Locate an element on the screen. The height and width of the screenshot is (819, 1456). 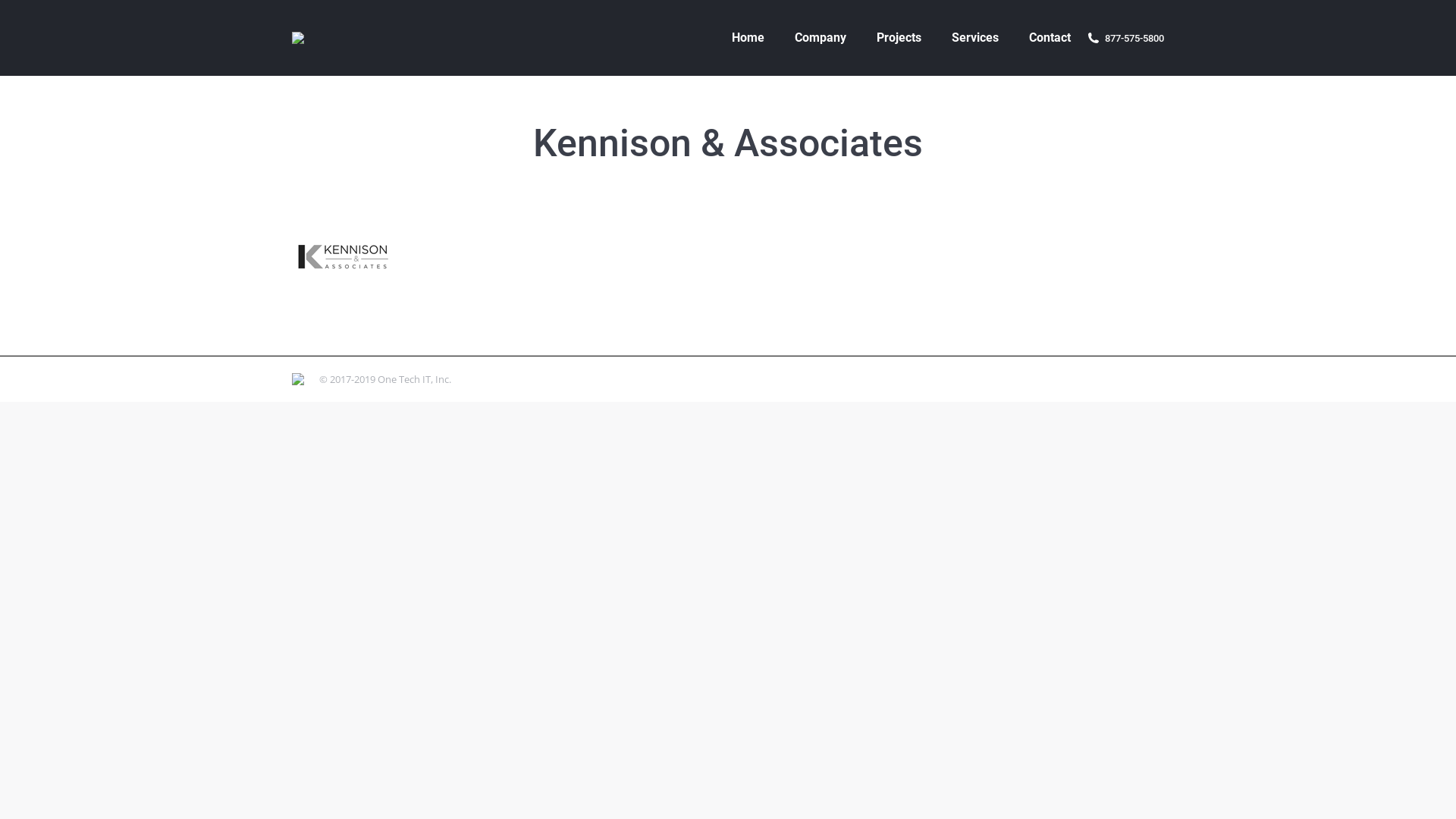
'Home' is located at coordinates (731, 37).